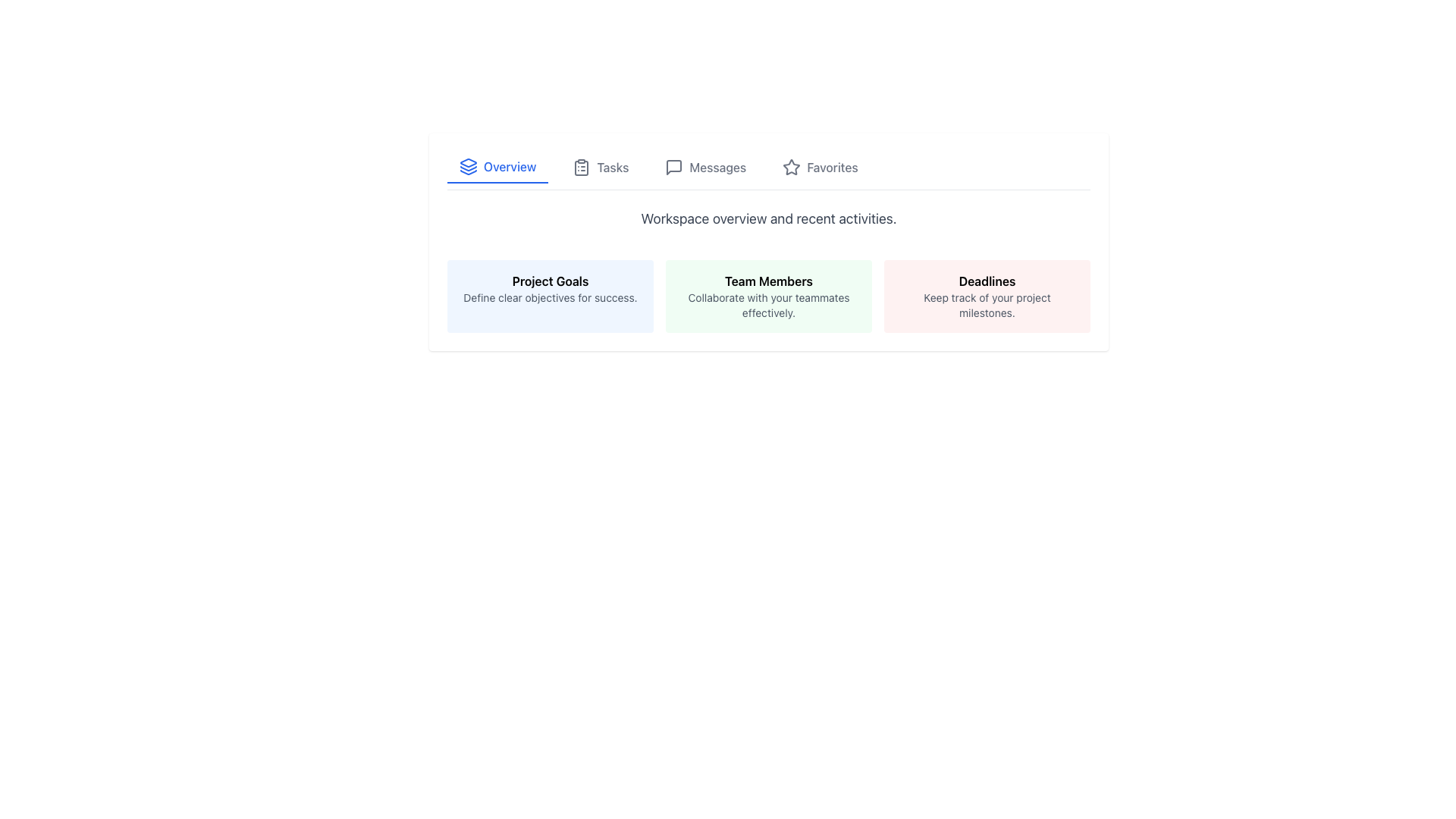 This screenshot has height=819, width=1456. I want to click on the 'Team Members' informational card, which is the second card in a row of three, featuring a light green background, bold black title, and smaller gray subtitle, so click(768, 296).